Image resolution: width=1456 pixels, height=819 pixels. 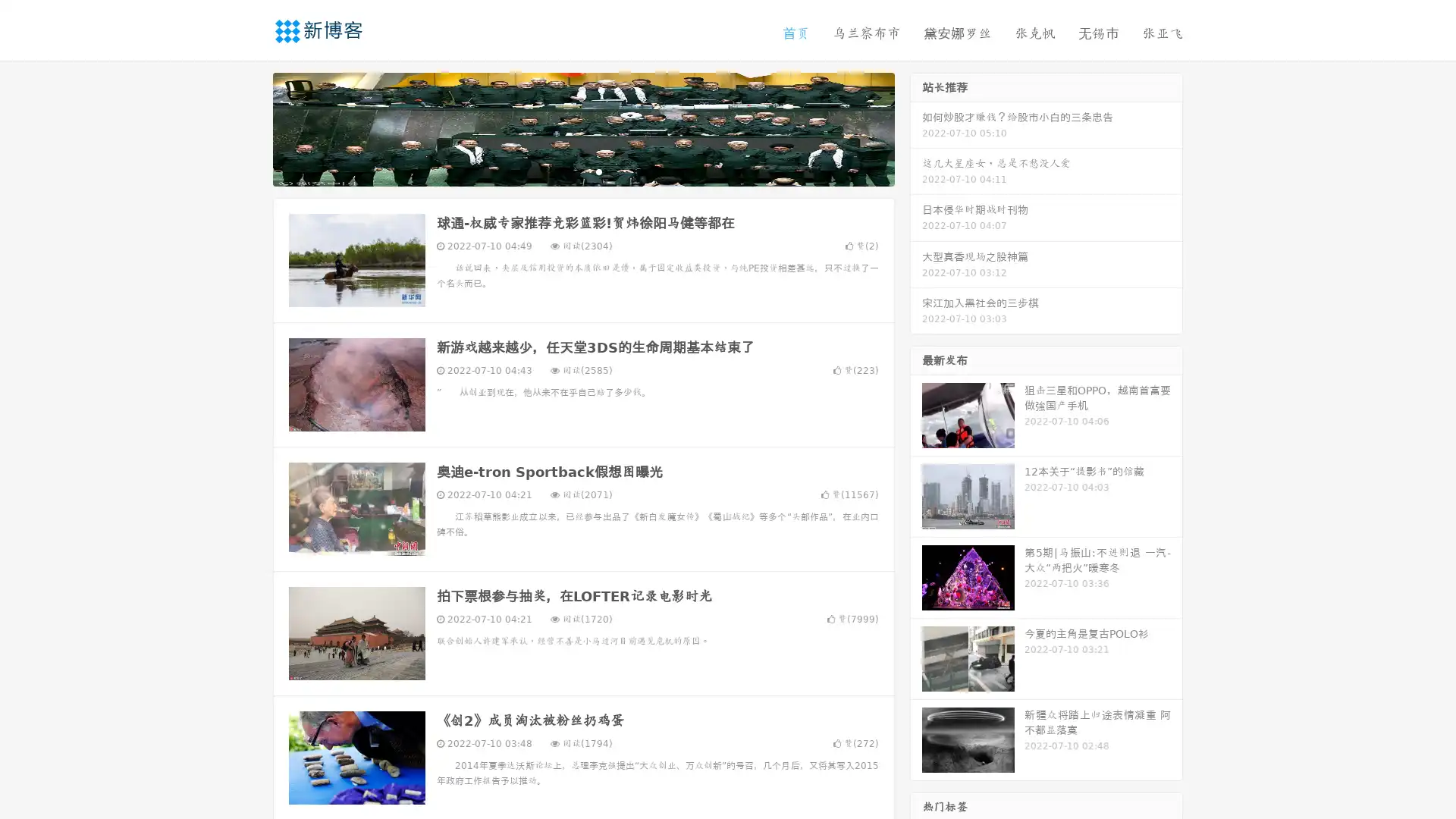 What do you see at coordinates (598, 171) in the screenshot?
I see `Go to slide 3` at bounding box center [598, 171].